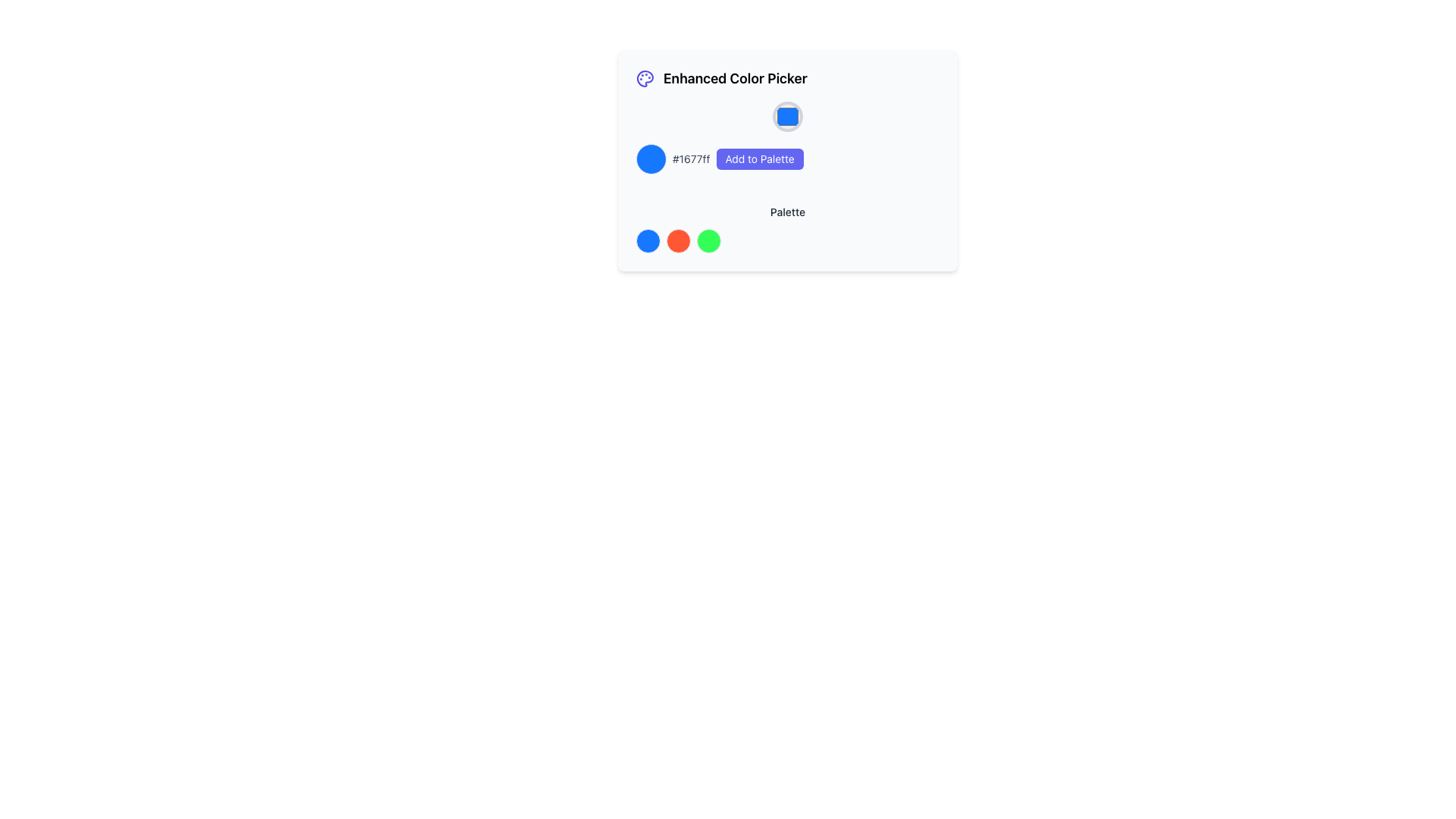  What do you see at coordinates (651, 158) in the screenshot?
I see `the bright blue color swatch display, which is a small circular shape filled with RGB (22, 119, 255)` at bounding box center [651, 158].